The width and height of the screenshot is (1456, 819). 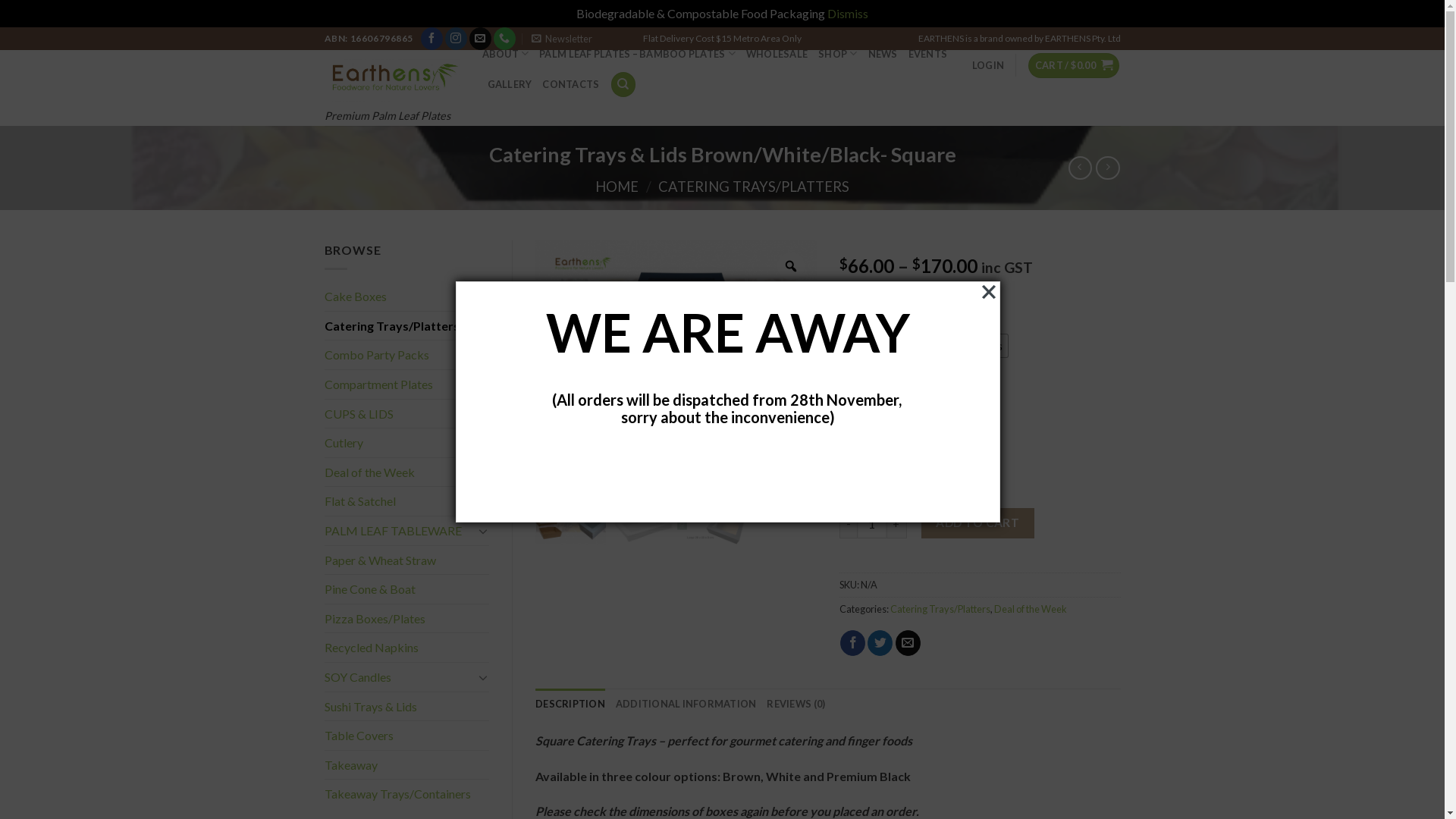 What do you see at coordinates (686, 704) in the screenshot?
I see `'ADDITIONAL INFORMATION'` at bounding box center [686, 704].